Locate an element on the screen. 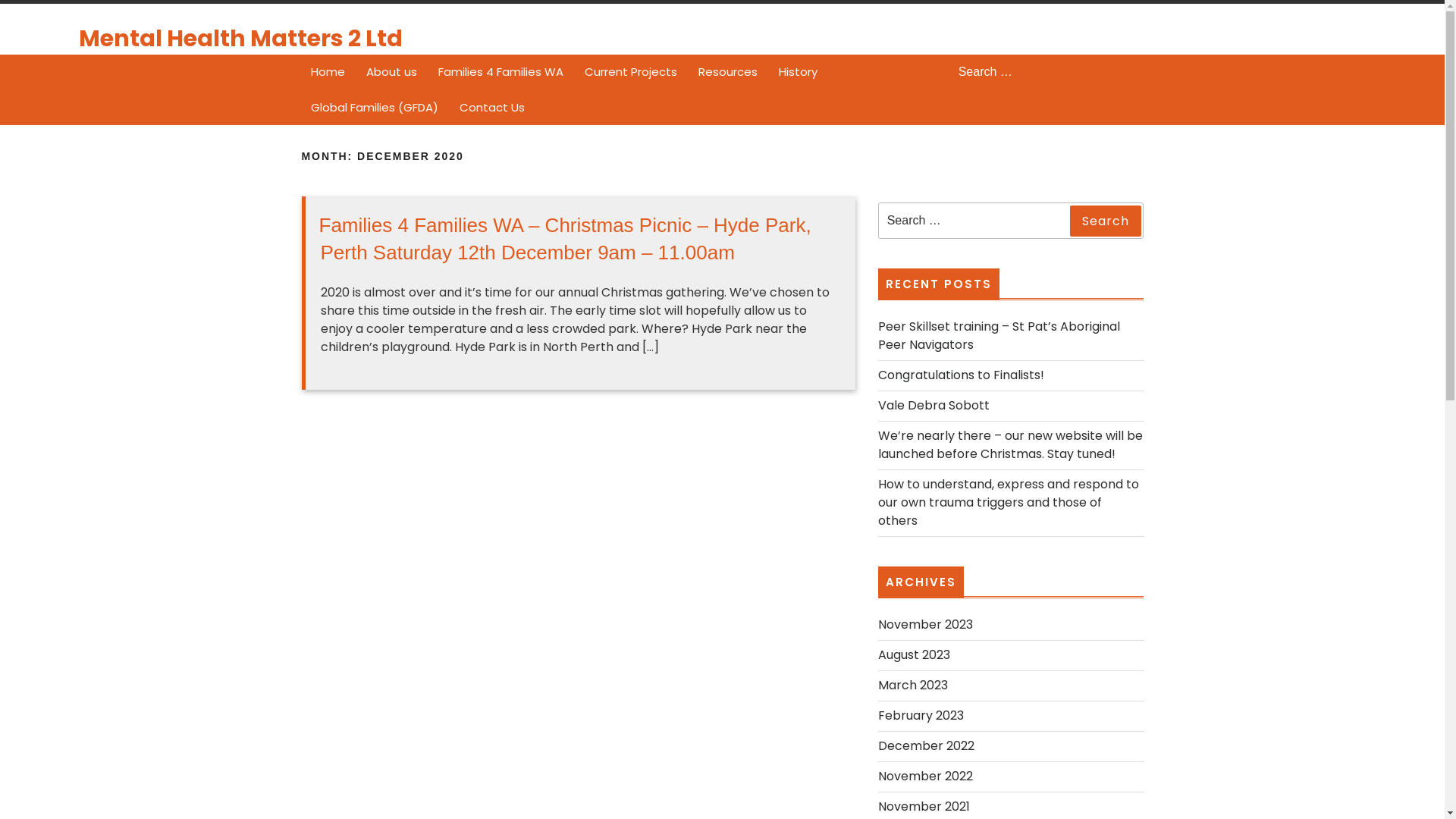  'Congratulations to Finalists!' is located at coordinates (960, 375).